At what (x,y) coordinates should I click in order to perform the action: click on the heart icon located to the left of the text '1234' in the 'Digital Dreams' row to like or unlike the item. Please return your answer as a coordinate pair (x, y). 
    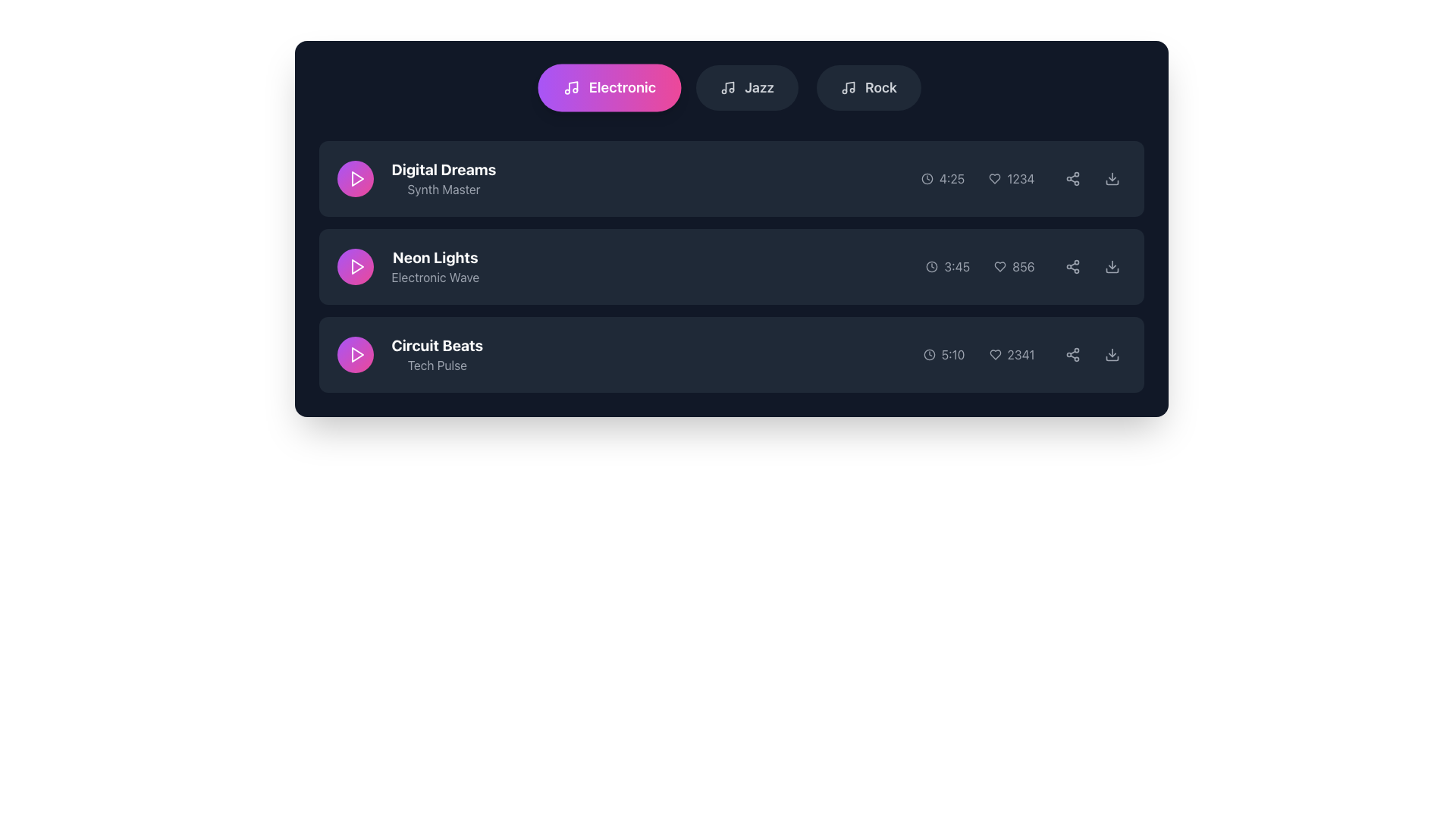
    Looking at the image, I should click on (995, 177).